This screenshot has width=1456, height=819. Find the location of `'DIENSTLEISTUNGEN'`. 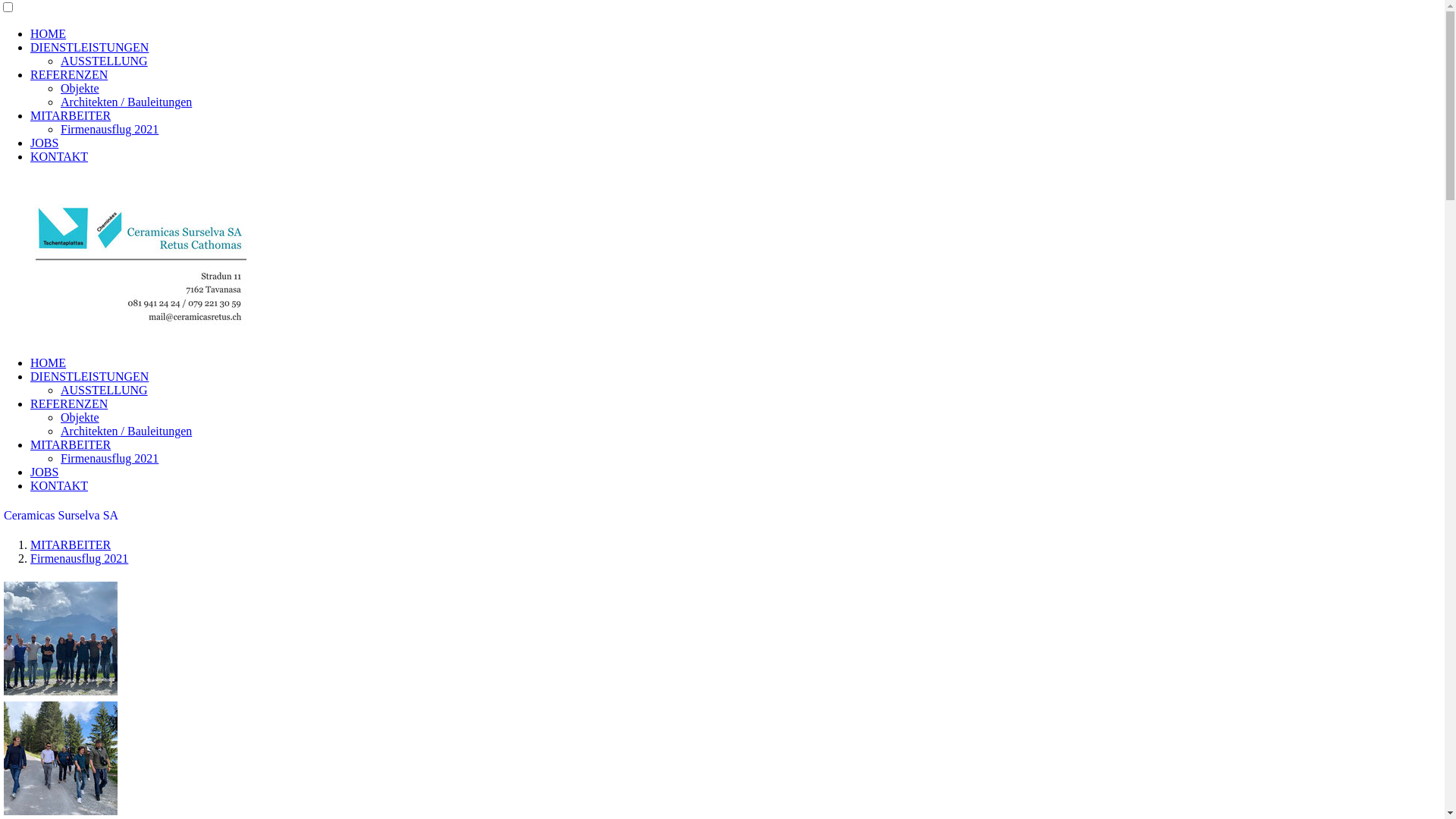

'DIENSTLEISTUNGEN' is located at coordinates (89, 375).